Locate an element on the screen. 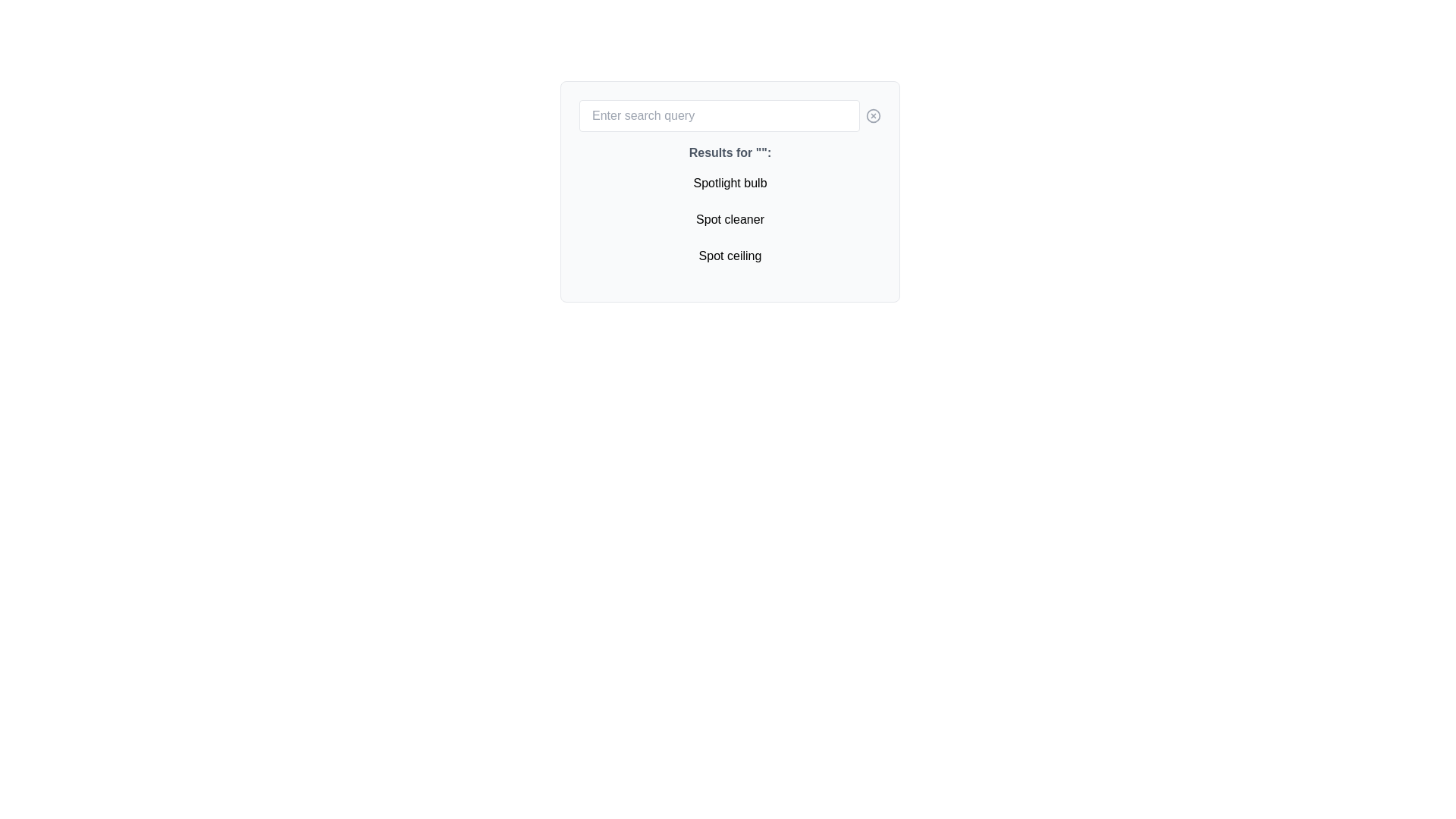 Image resolution: width=1456 pixels, height=819 pixels. the character 'e' in the word 'ceiling' of the phrase 'Spot ceiling' located at the bottom of a vertical list within a panel is located at coordinates (736, 255).